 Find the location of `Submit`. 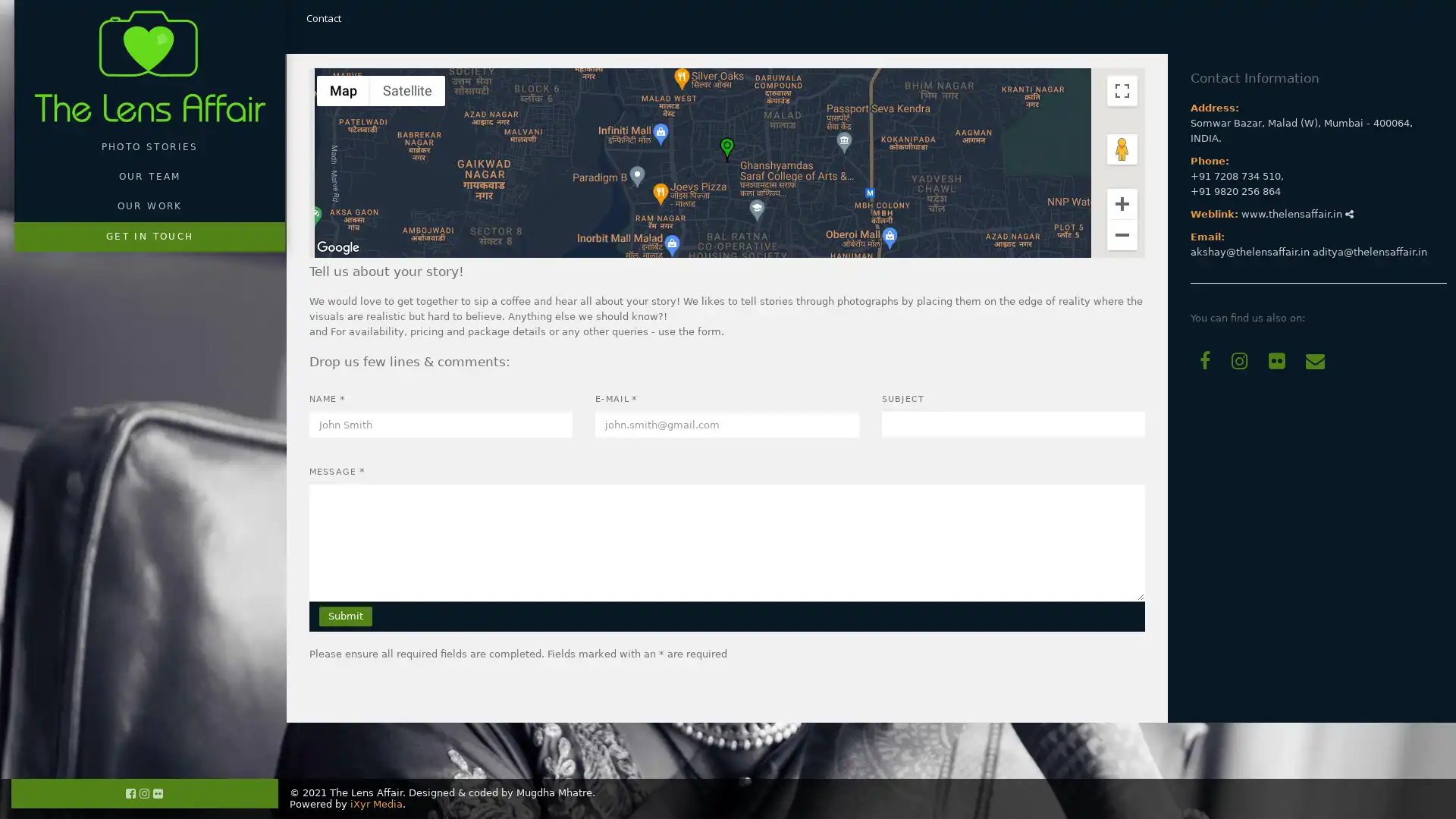

Submit is located at coordinates (344, 617).